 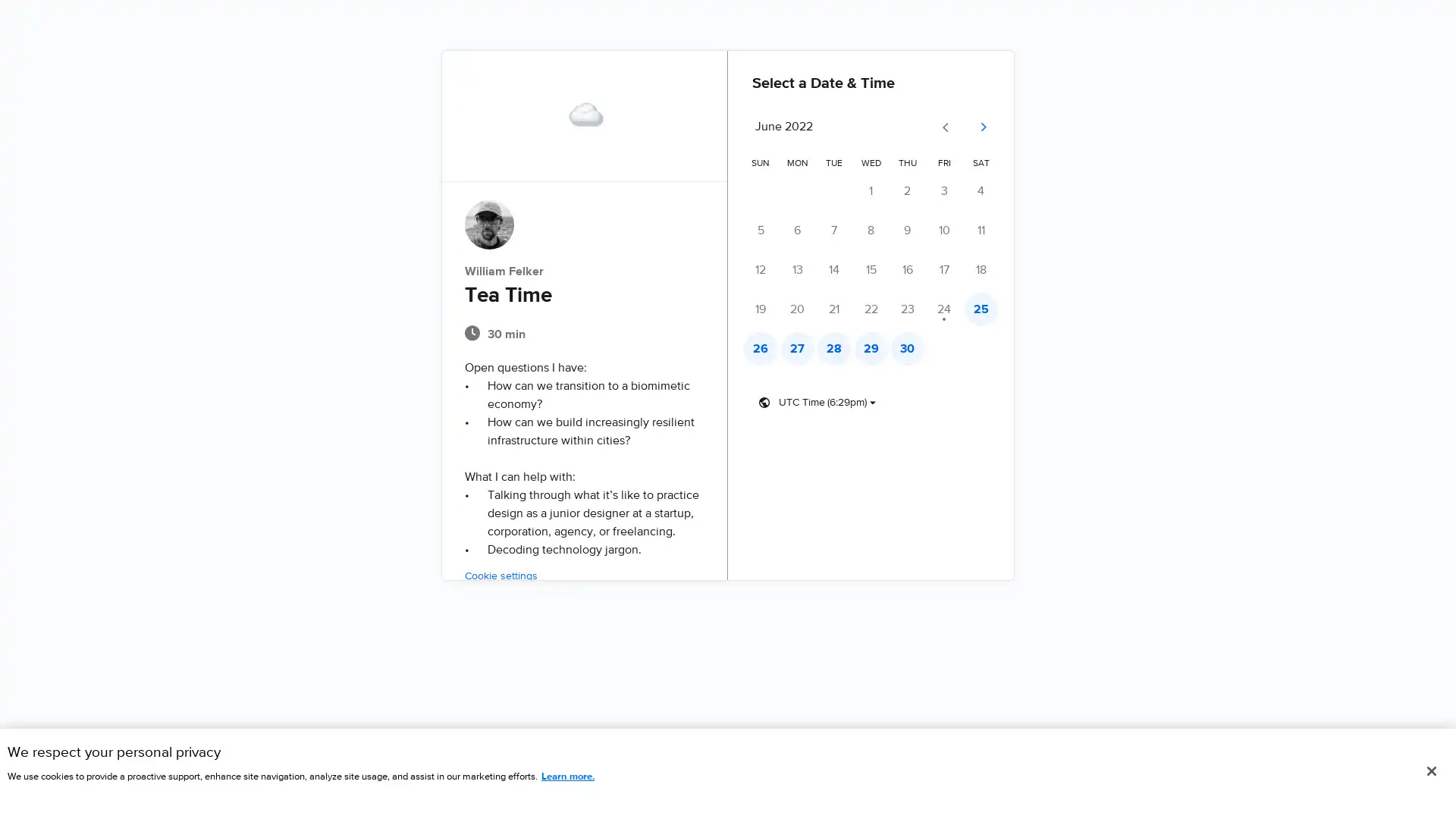 I want to click on Sunday, June 5 - No times available, so click(x=761, y=231).